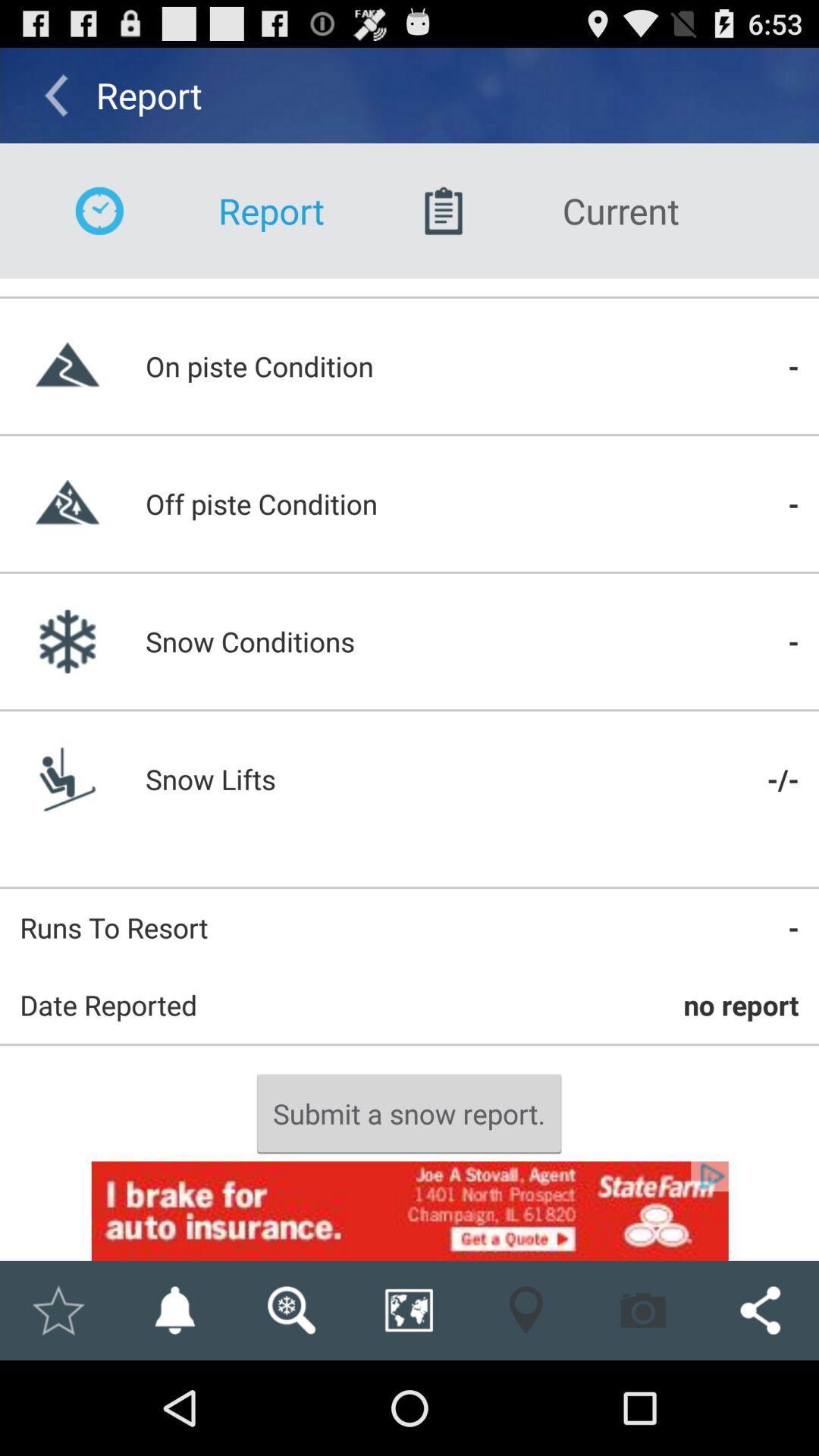 The height and width of the screenshot is (1456, 819). What do you see at coordinates (57, 1310) in the screenshot?
I see `favorites` at bounding box center [57, 1310].